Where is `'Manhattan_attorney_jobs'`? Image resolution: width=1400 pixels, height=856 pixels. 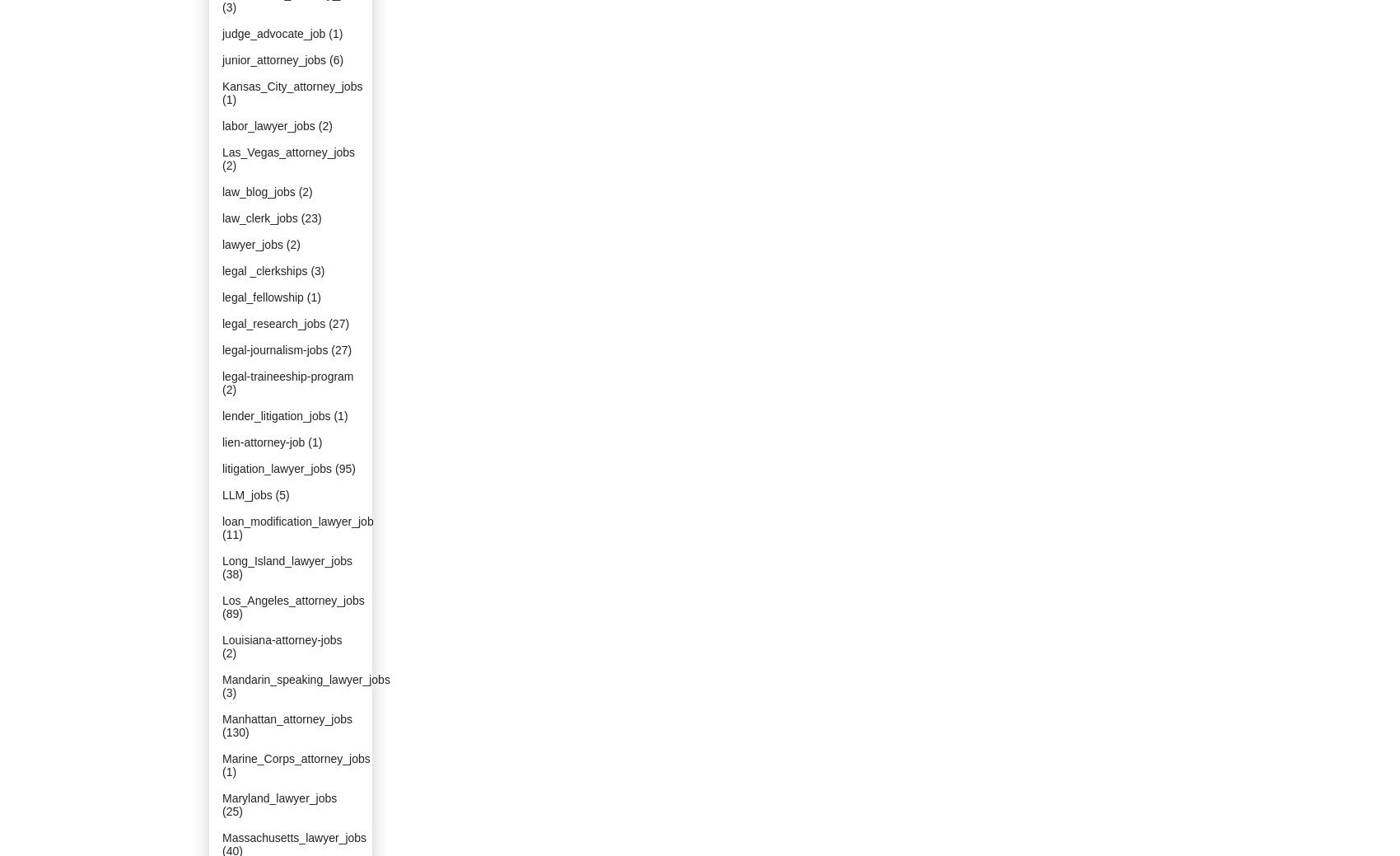 'Manhattan_attorney_jobs' is located at coordinates (287, 718).